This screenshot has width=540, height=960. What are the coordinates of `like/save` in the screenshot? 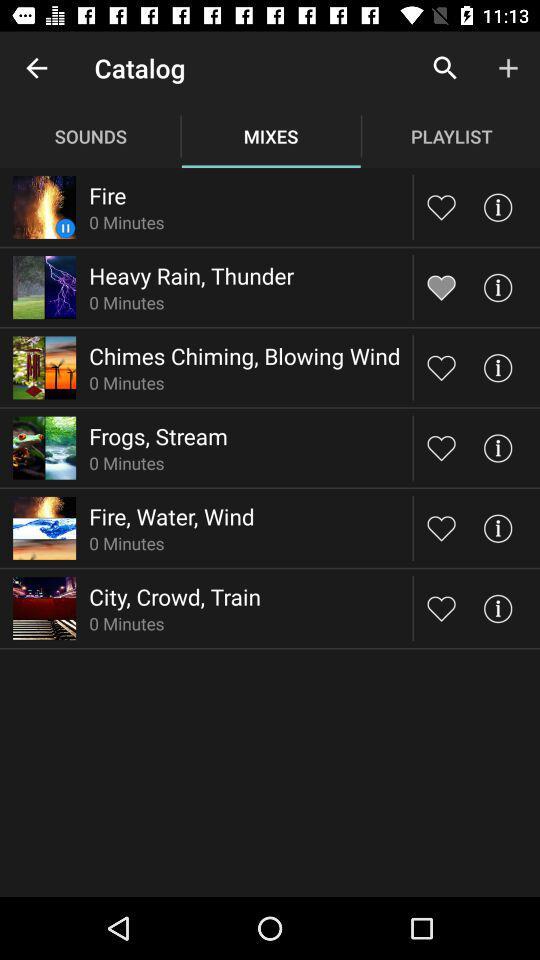 It's located at (441, 207).